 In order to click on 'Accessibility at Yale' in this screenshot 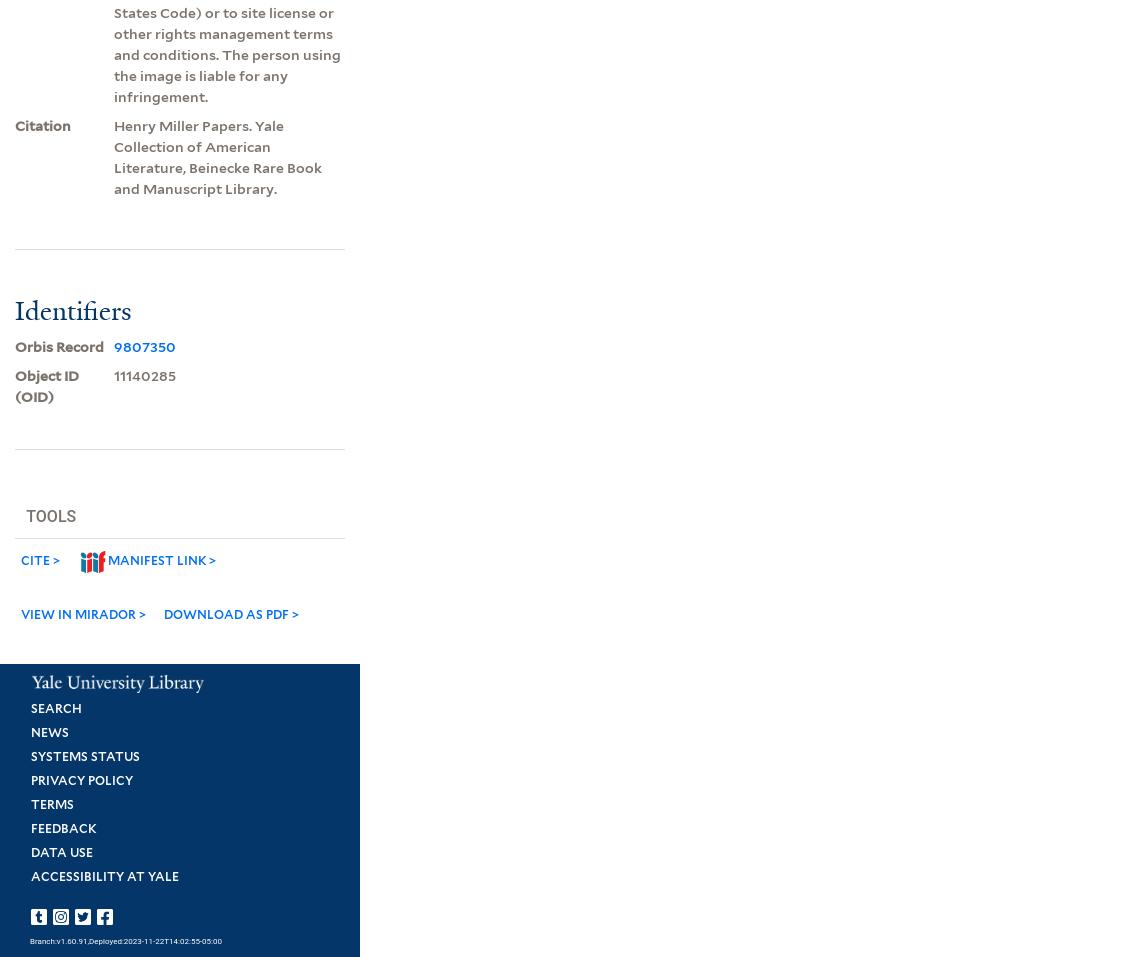, I will do `click(30, 875)`.